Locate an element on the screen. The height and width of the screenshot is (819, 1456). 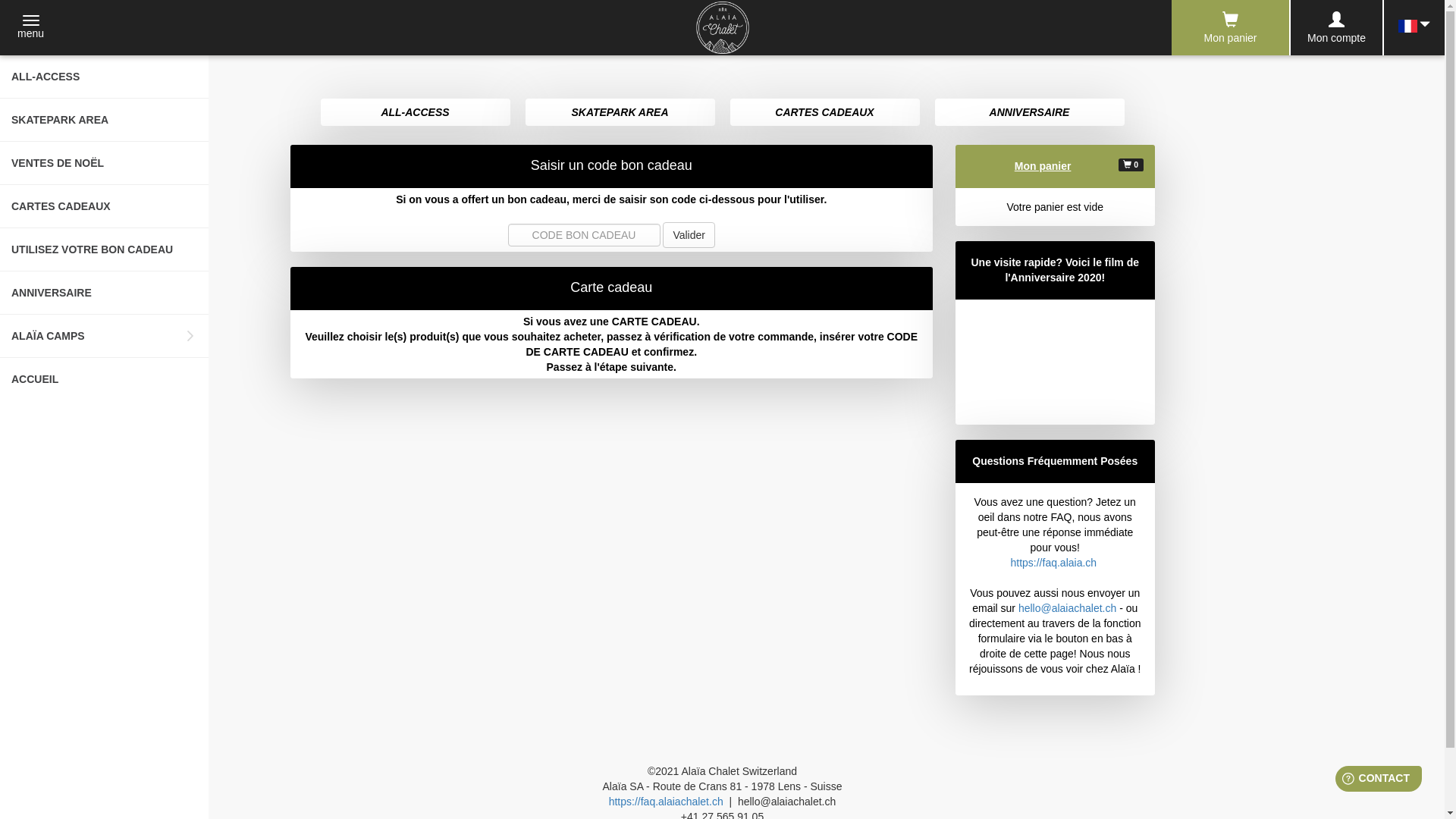
'Mon panier' is located at coordinates (1230, 27).